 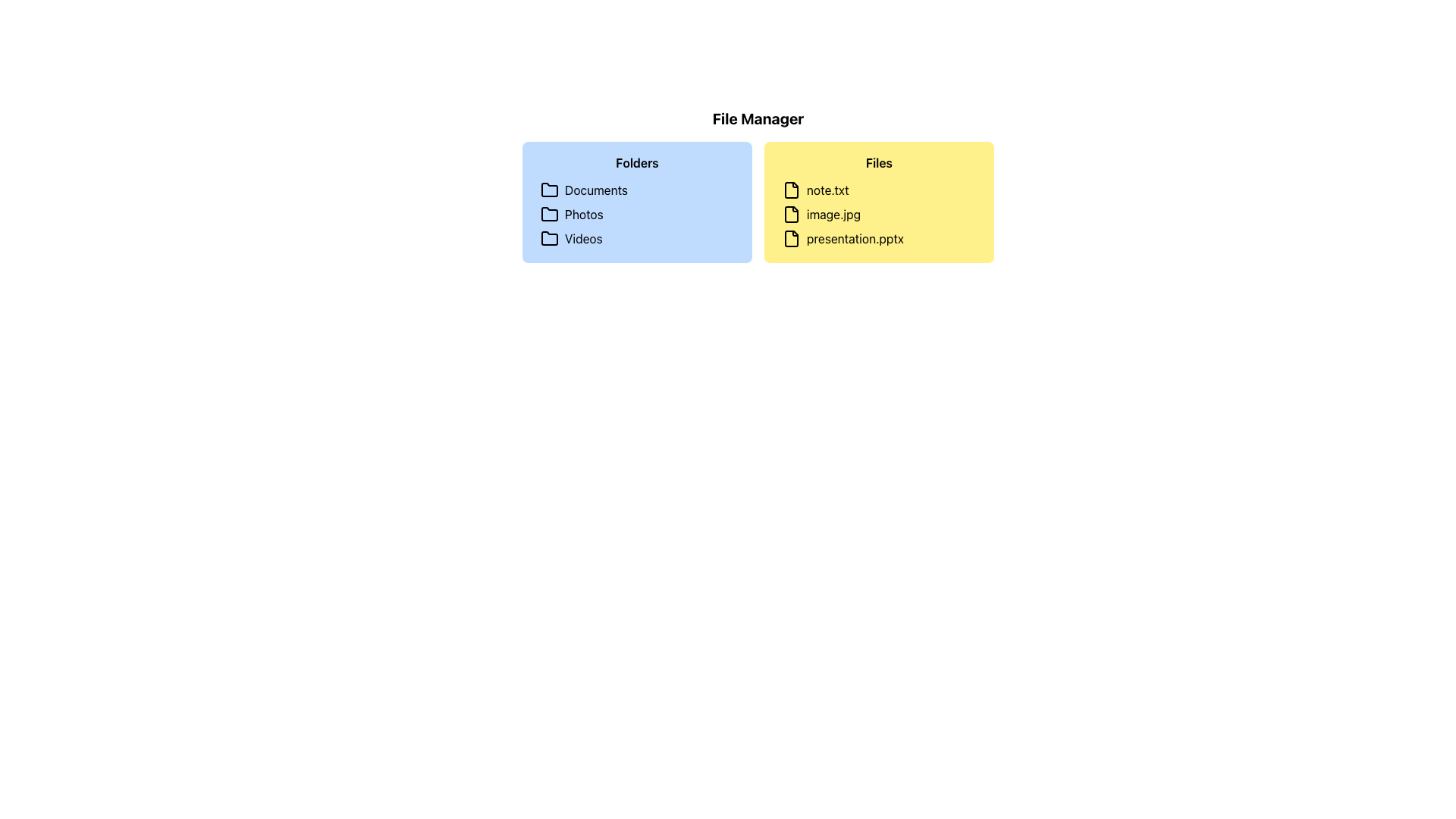 What do you see at coordinates (548, 189) in the screenshot?
I see `the folder icon representing 'Documents', which is the first icon in the list of folders located in the blue 'Folders' section on the left side of the interface` at bounding box center [548, 189].